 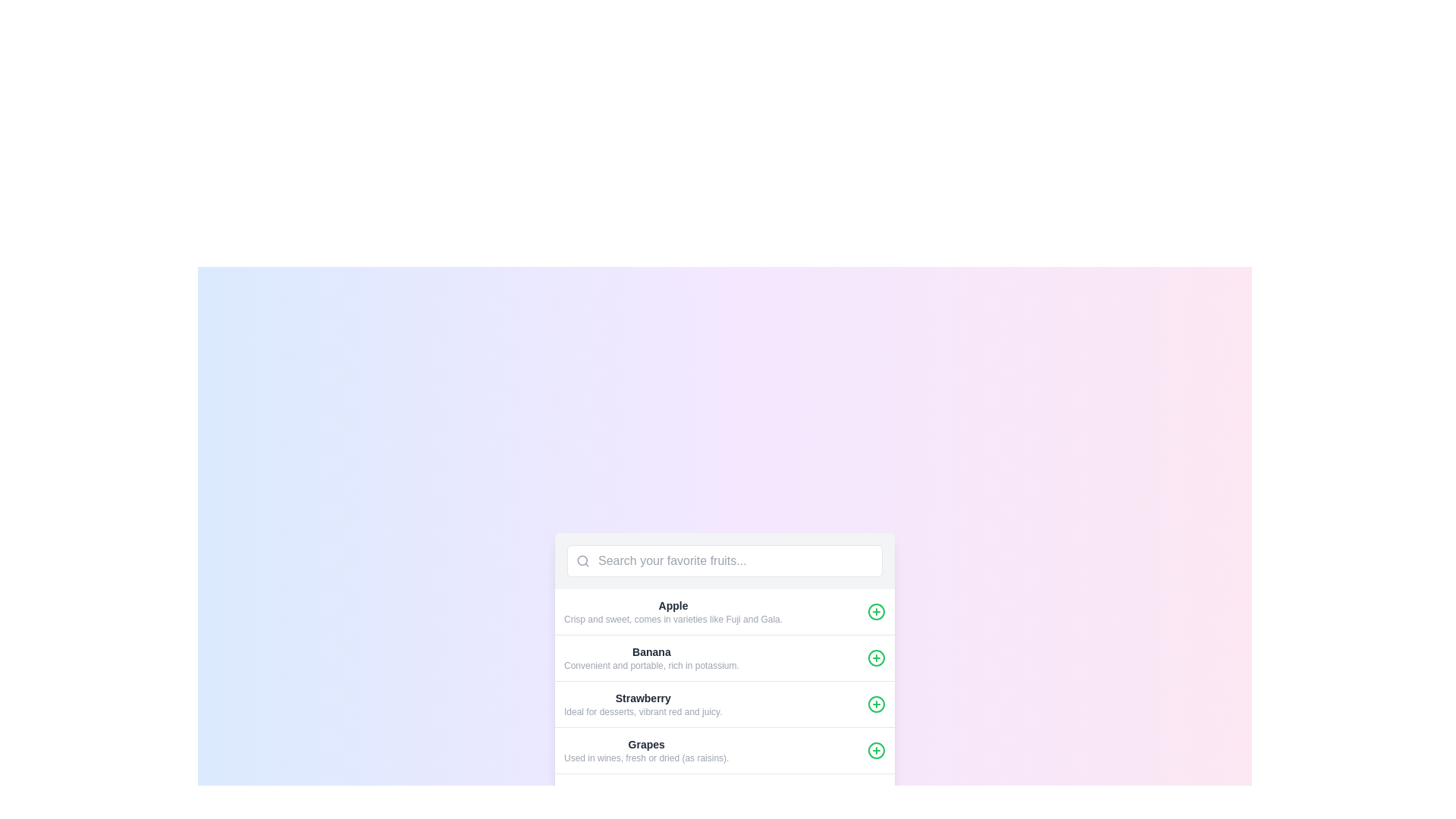 I want to click on the 'add' button associated with the item 'Strawberry' to initiate the add action, so click(x=877, y=704).